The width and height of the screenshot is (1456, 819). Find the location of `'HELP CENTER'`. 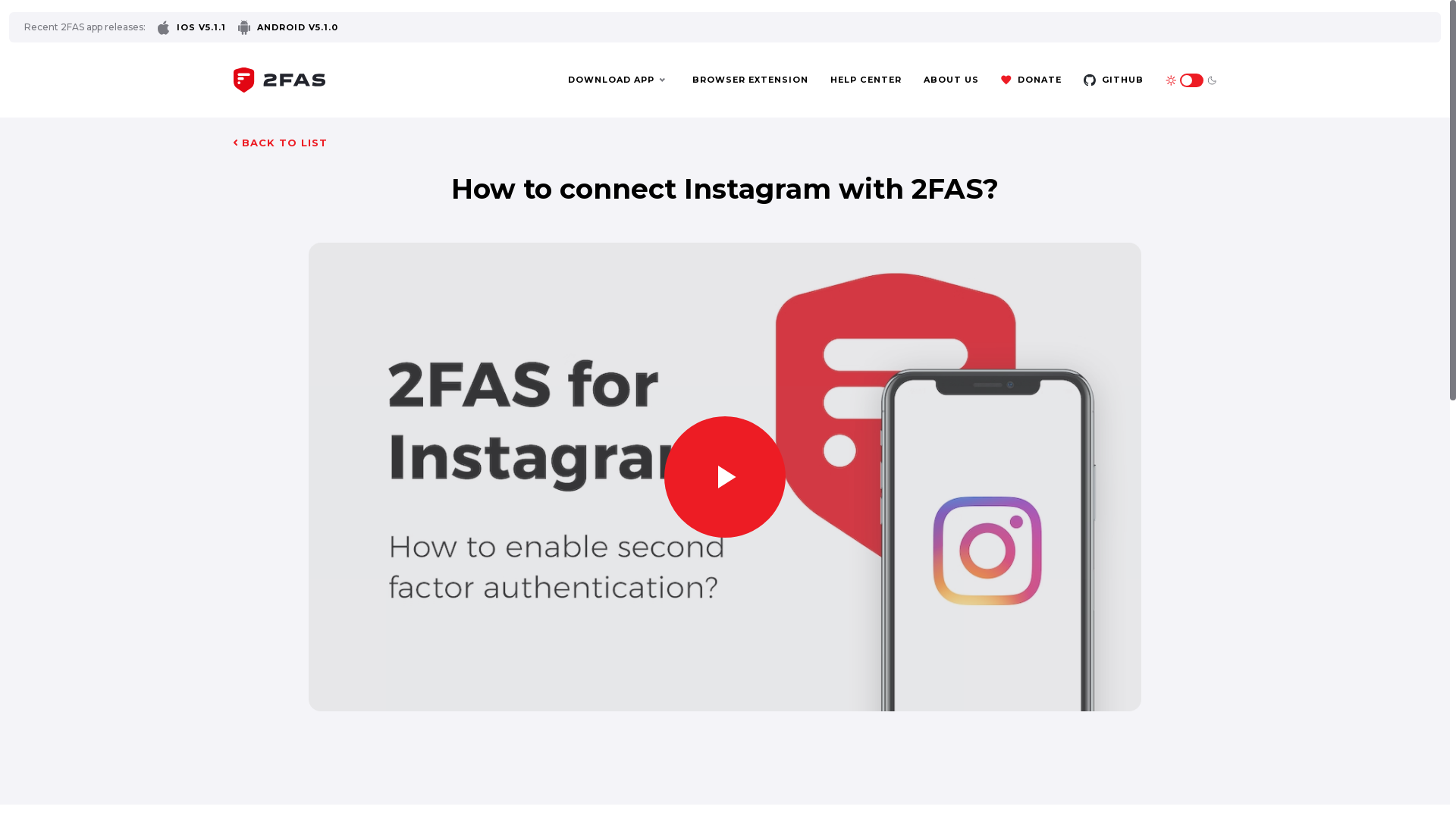

'HELP CENTER' is located at coordinates (866, 80).